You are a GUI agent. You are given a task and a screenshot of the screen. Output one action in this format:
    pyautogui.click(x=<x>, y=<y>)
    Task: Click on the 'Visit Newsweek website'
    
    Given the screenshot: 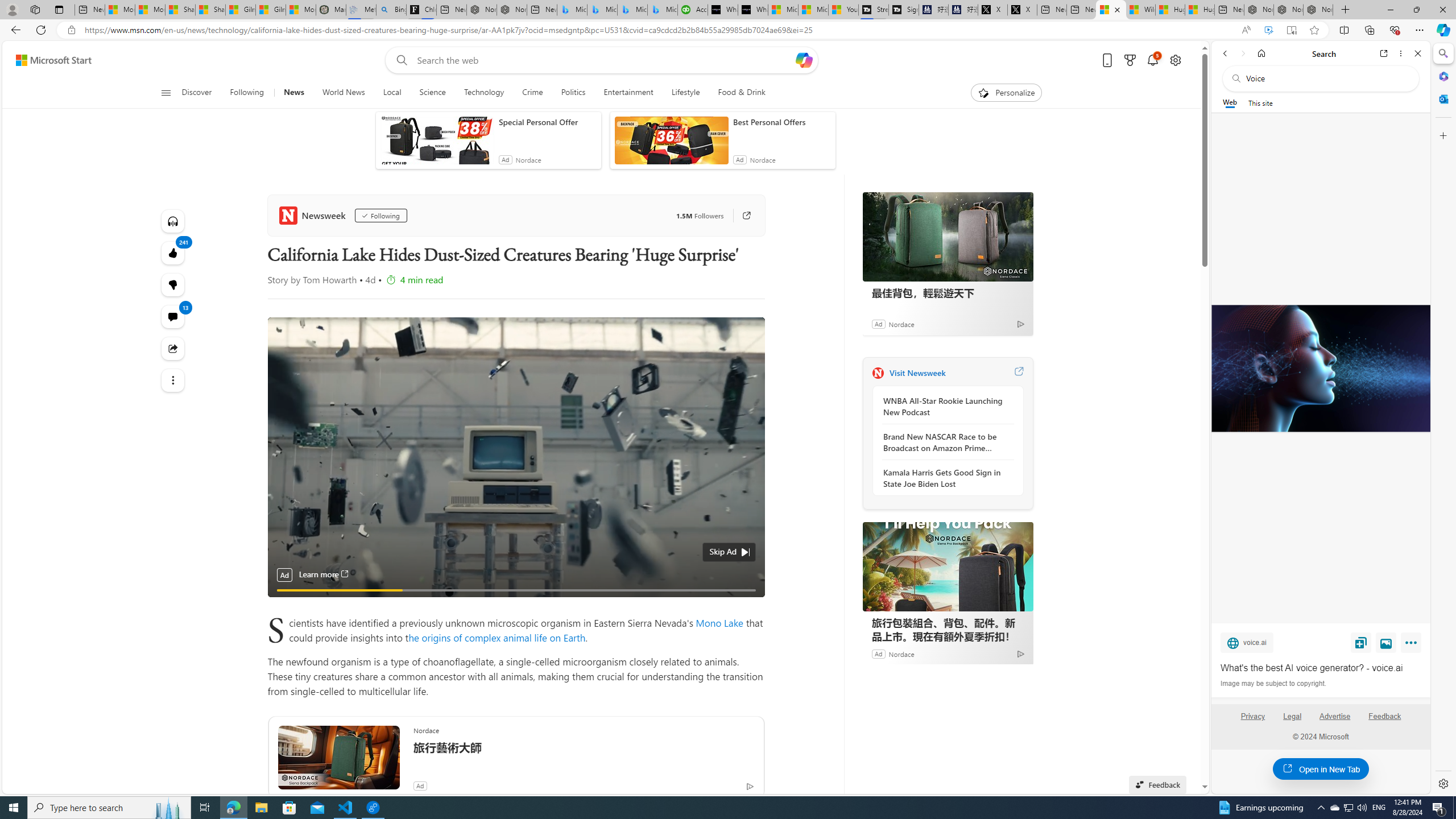 What is the action you would take?
    pyautogui.click(x=1017, y=372)
    